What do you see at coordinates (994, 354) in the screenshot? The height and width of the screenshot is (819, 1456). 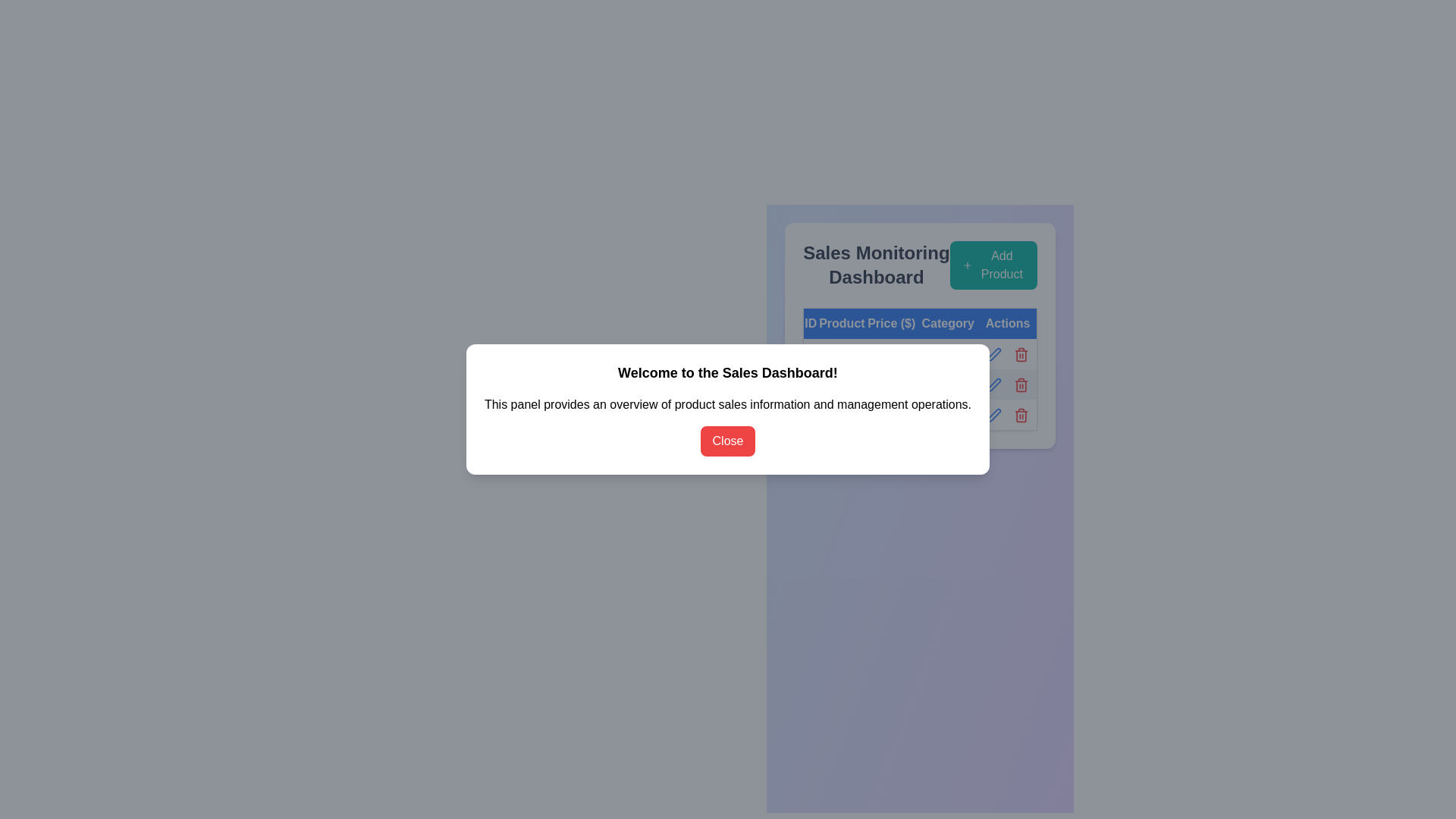 I see `the pen-shaped icon in the 'Actions' column of the Sales Monitoring Dashboard` at bounding box center [994, 354].